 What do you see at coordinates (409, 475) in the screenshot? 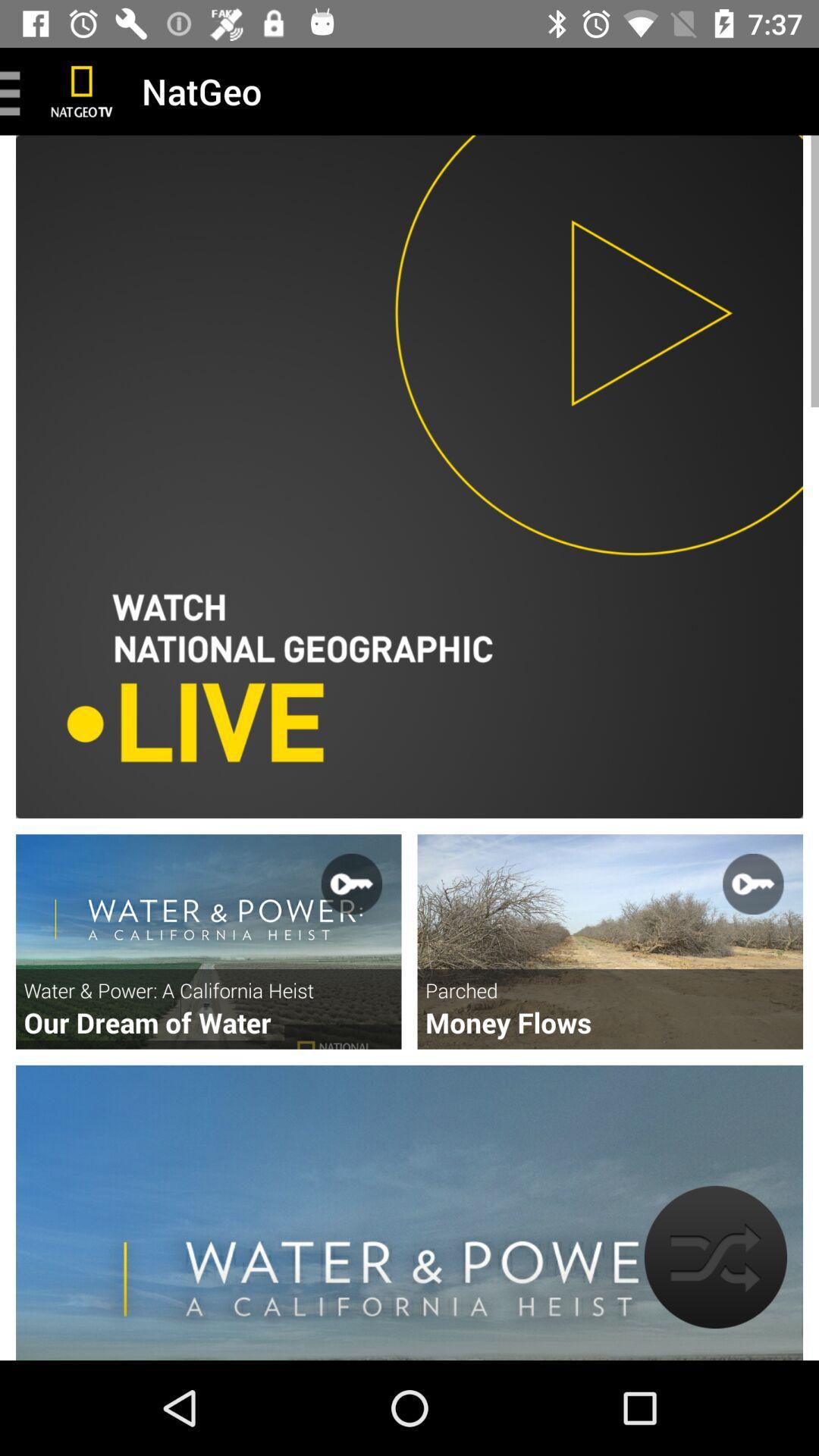
I see `main video area` at bounding box center [409, 475].